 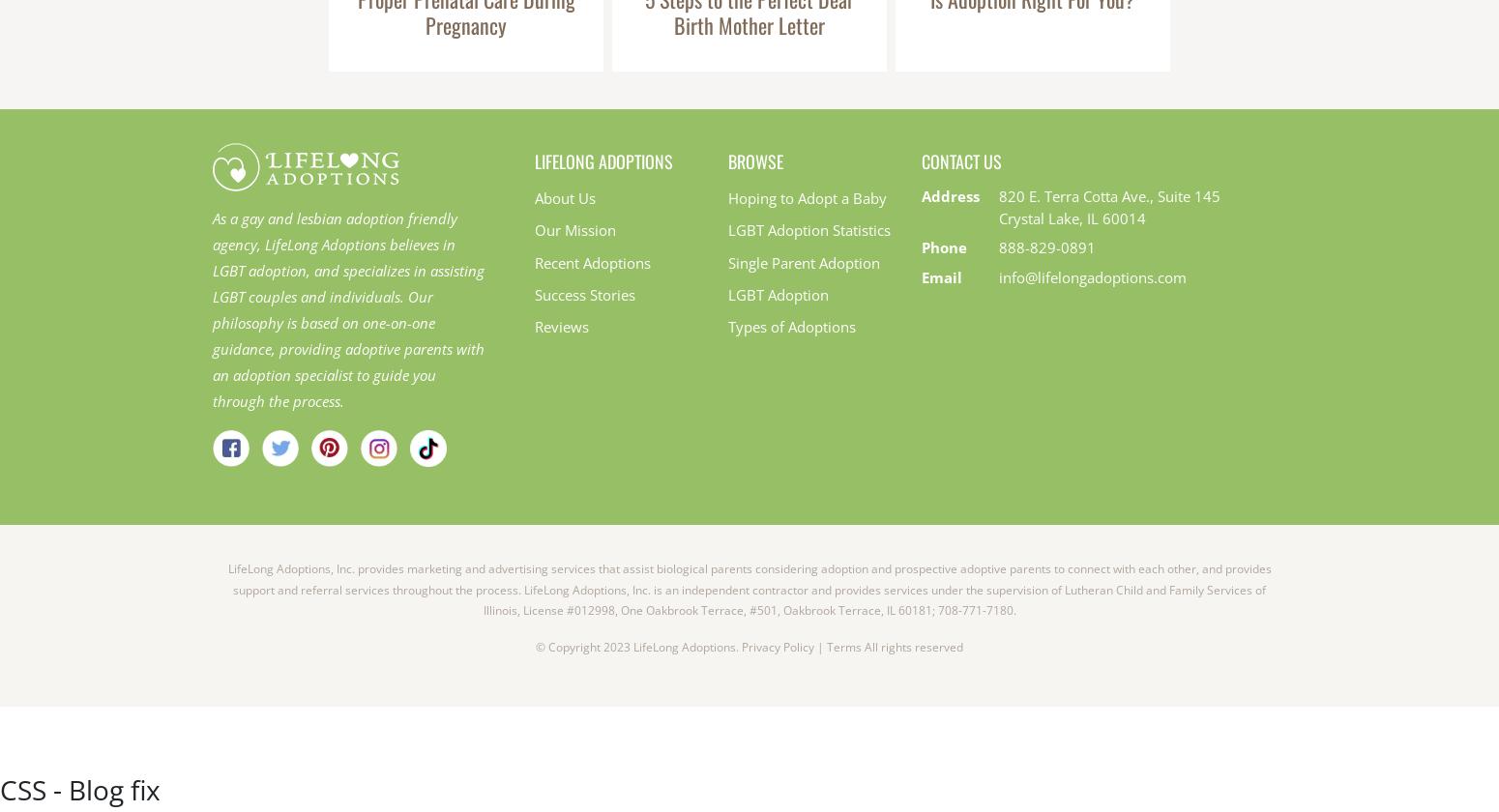 I want to click on 'Contact Us', so click(x=959, y=159).